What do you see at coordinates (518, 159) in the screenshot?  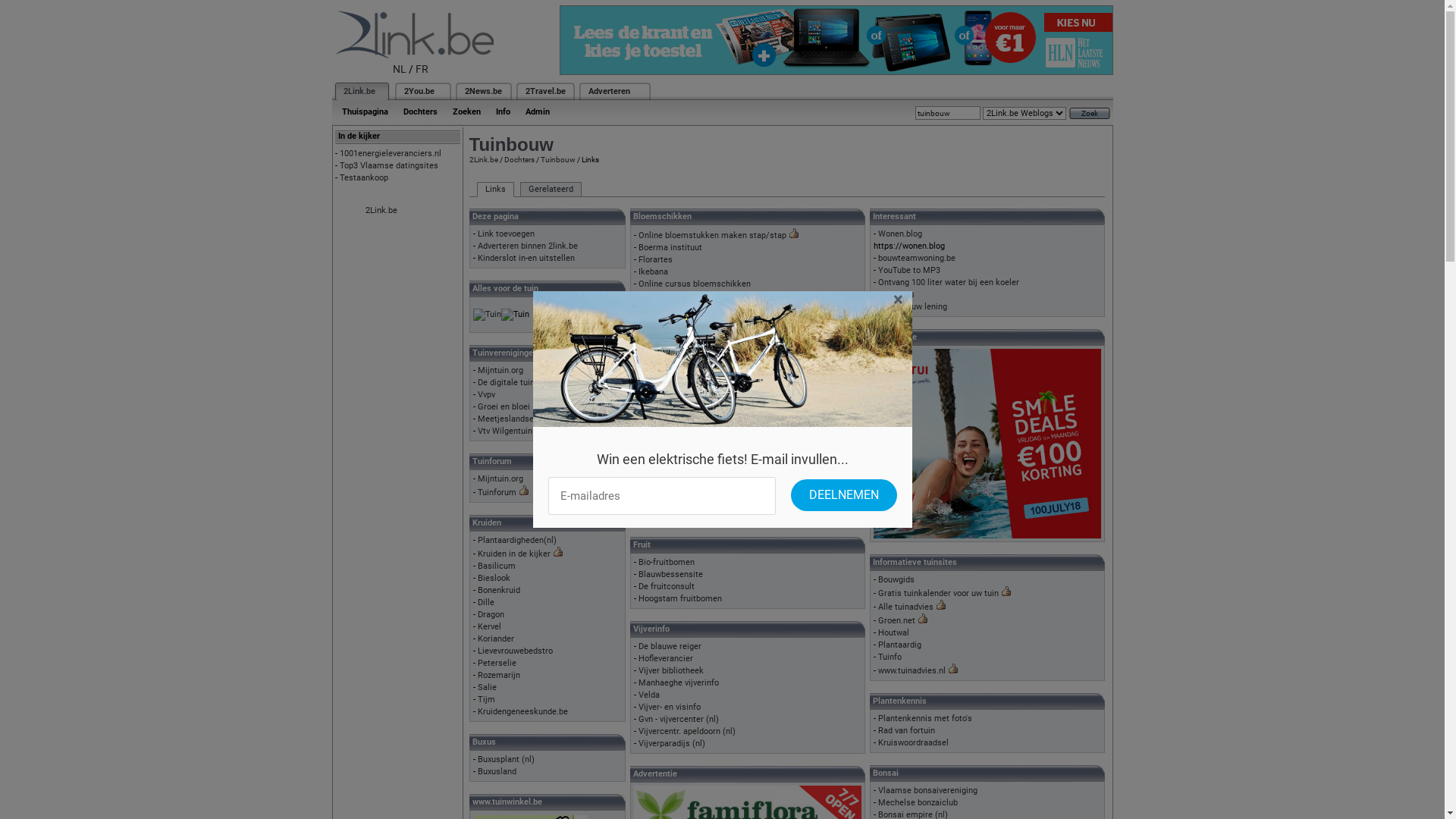 I see `'Dochters'` at bounding box center [518, 159].